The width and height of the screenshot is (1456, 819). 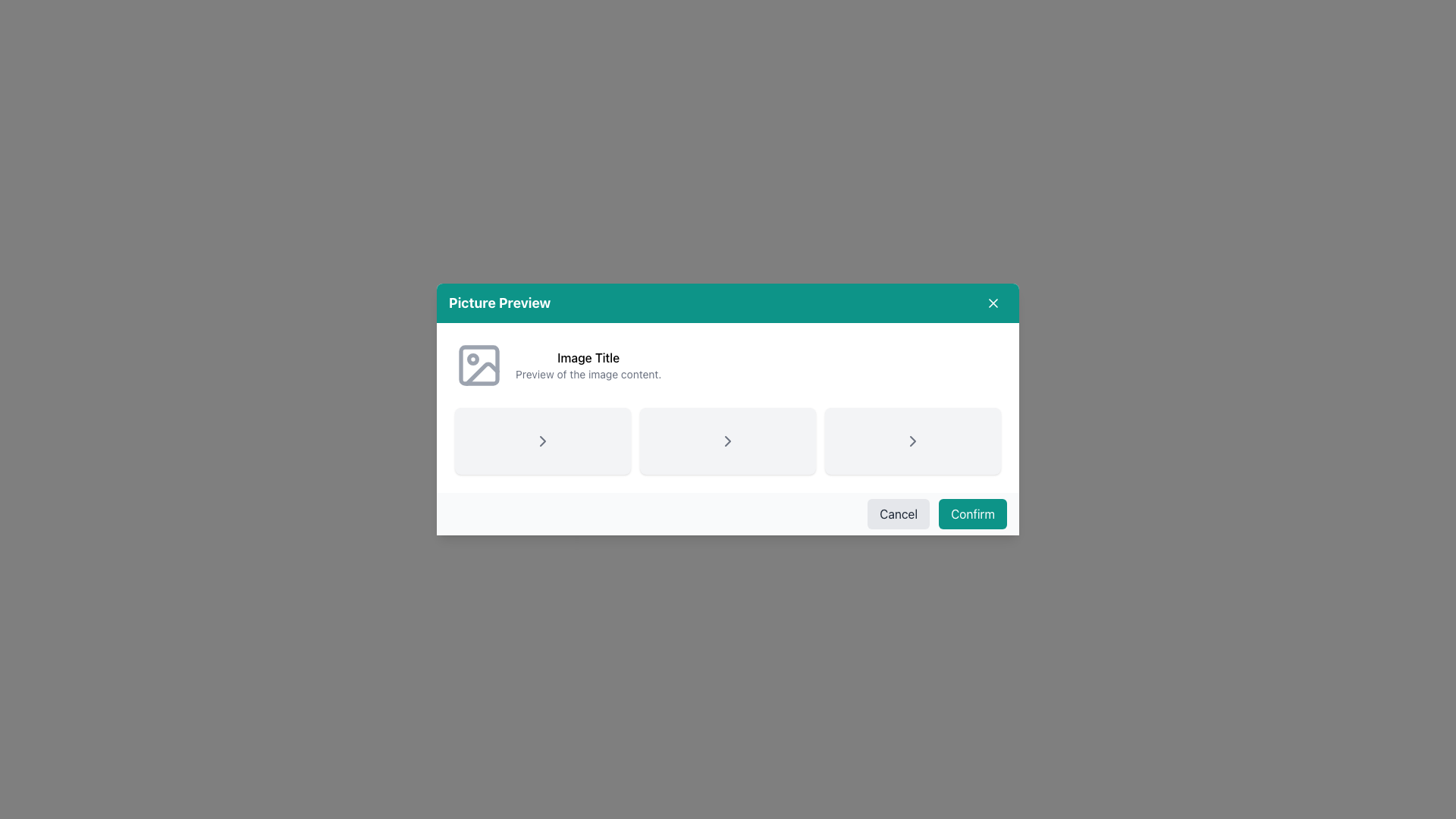 What do you see at coordinates (912, 441) in the screenshot?
I see `the third icon button located at the bottom-right of the modal dialog box to trigger a tooltip or visual response` at bounding box center [912, 441].